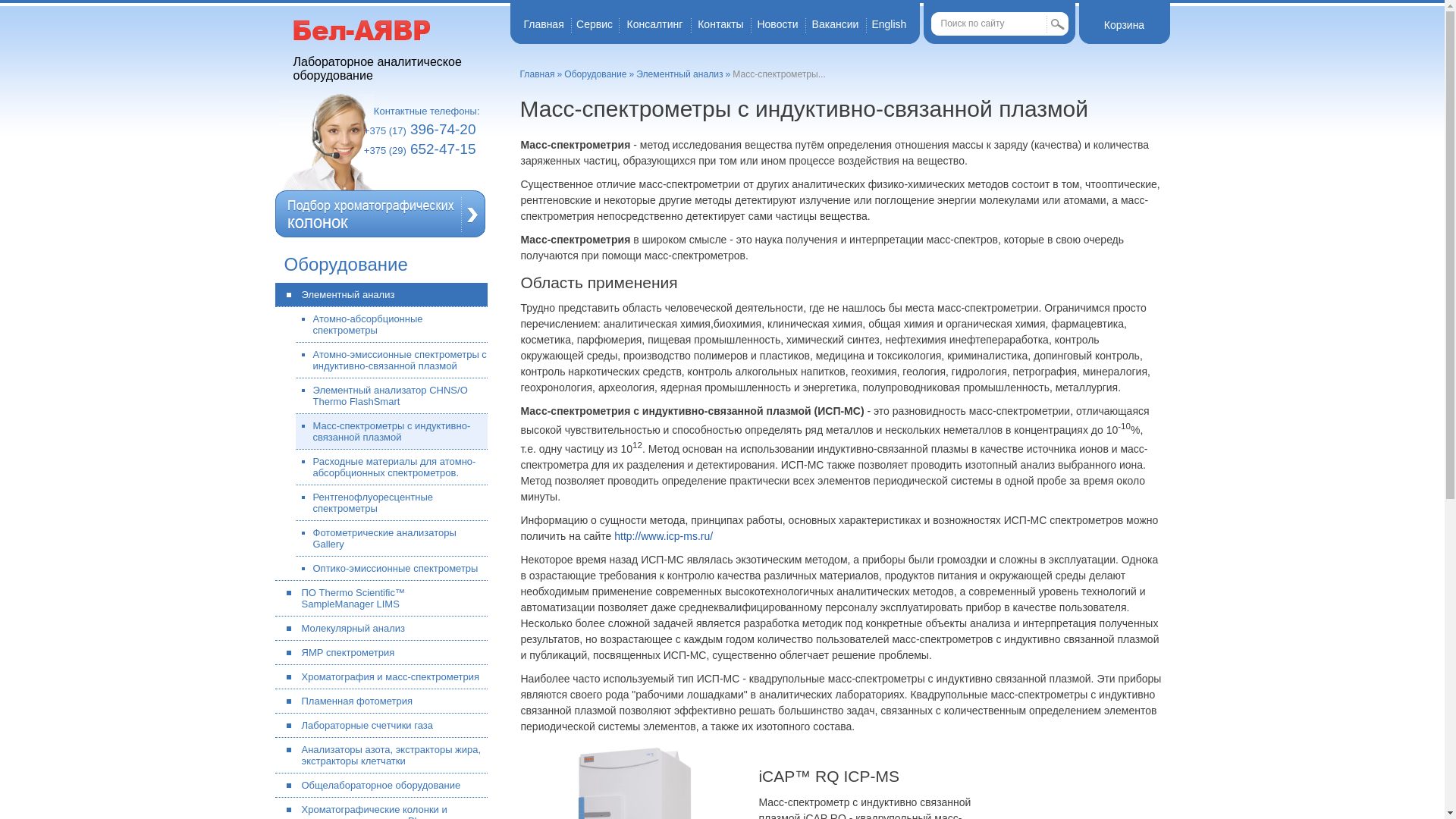 The width and height of the screenshot is (1456, 819). Describe the element at coordinates (871, 24) in the screenshot. I see `'English'` at that location.